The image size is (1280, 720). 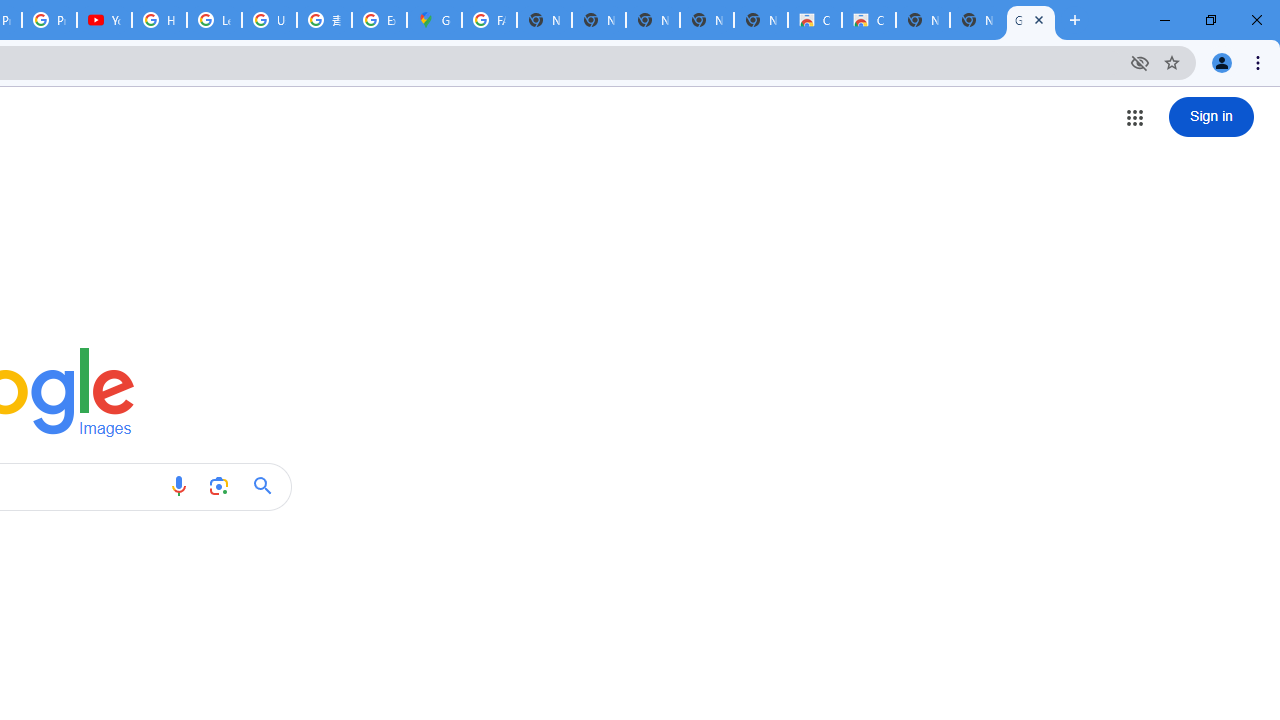 I want to click on 'Classic Blue - Chrome Web Store', so click(x=869, y=20).